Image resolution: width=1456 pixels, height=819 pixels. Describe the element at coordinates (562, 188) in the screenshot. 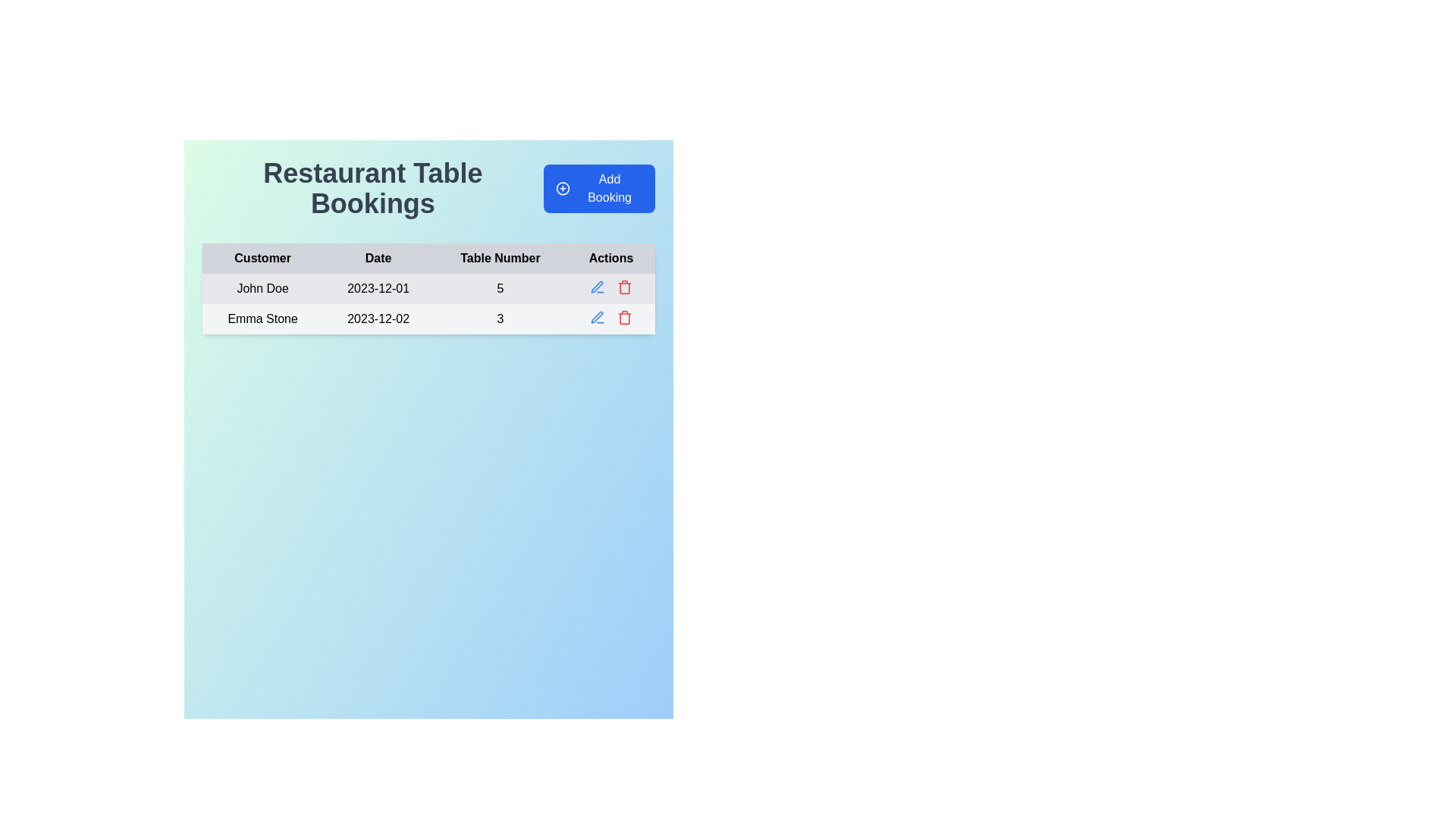

I see `the inner circular part of the 'Add Booking' button, which is a graphical component representing a point of interaction for adding new bookings` at that location.